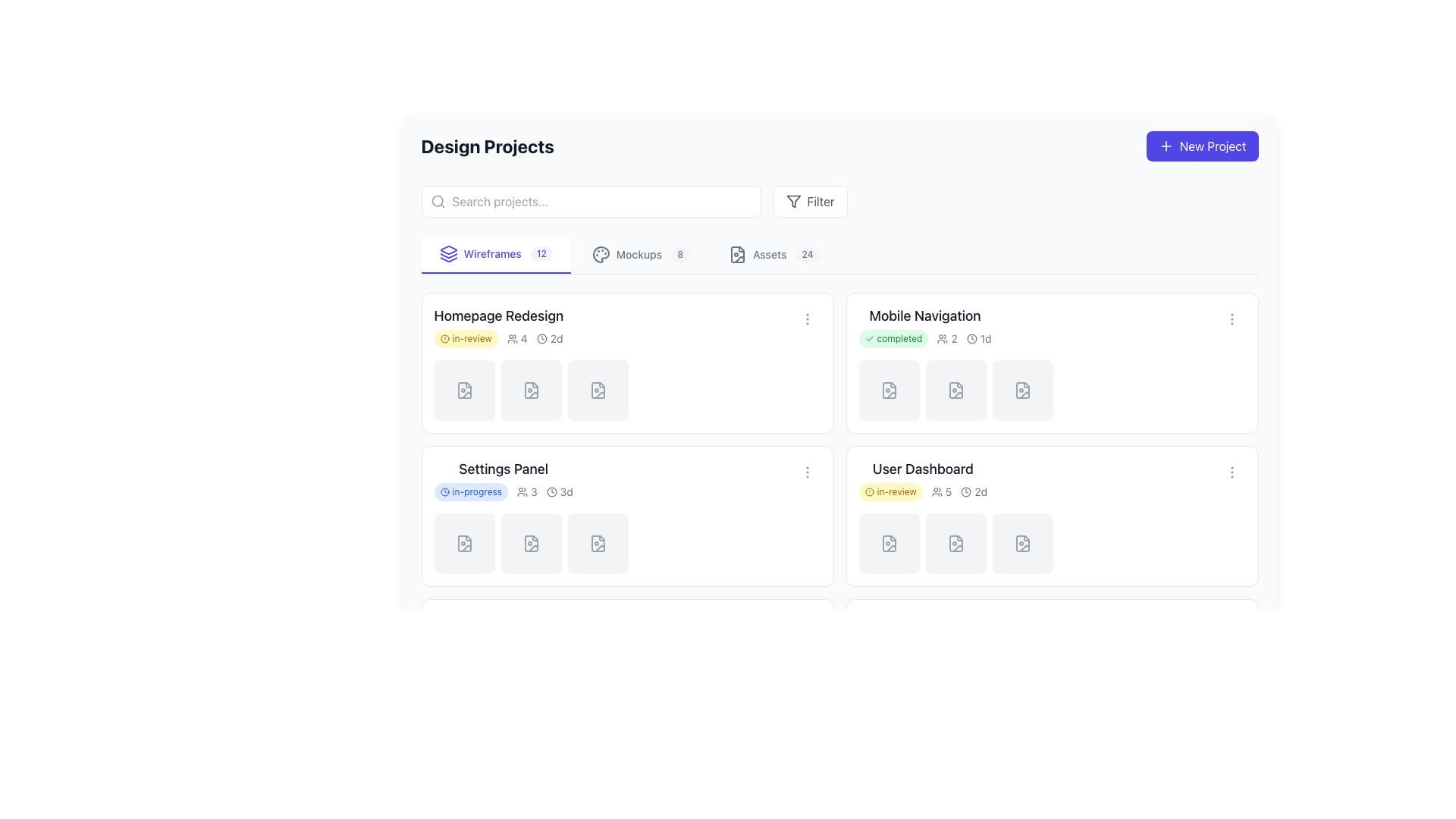 The width and height of the screenshot is (1456, 819). Describe the element at coordinates (971, 338) in the screenshot. I see `the time icon located to the left of the text '1d' at the bottom-right area of the 'Mobile Navigation' card` at that location.